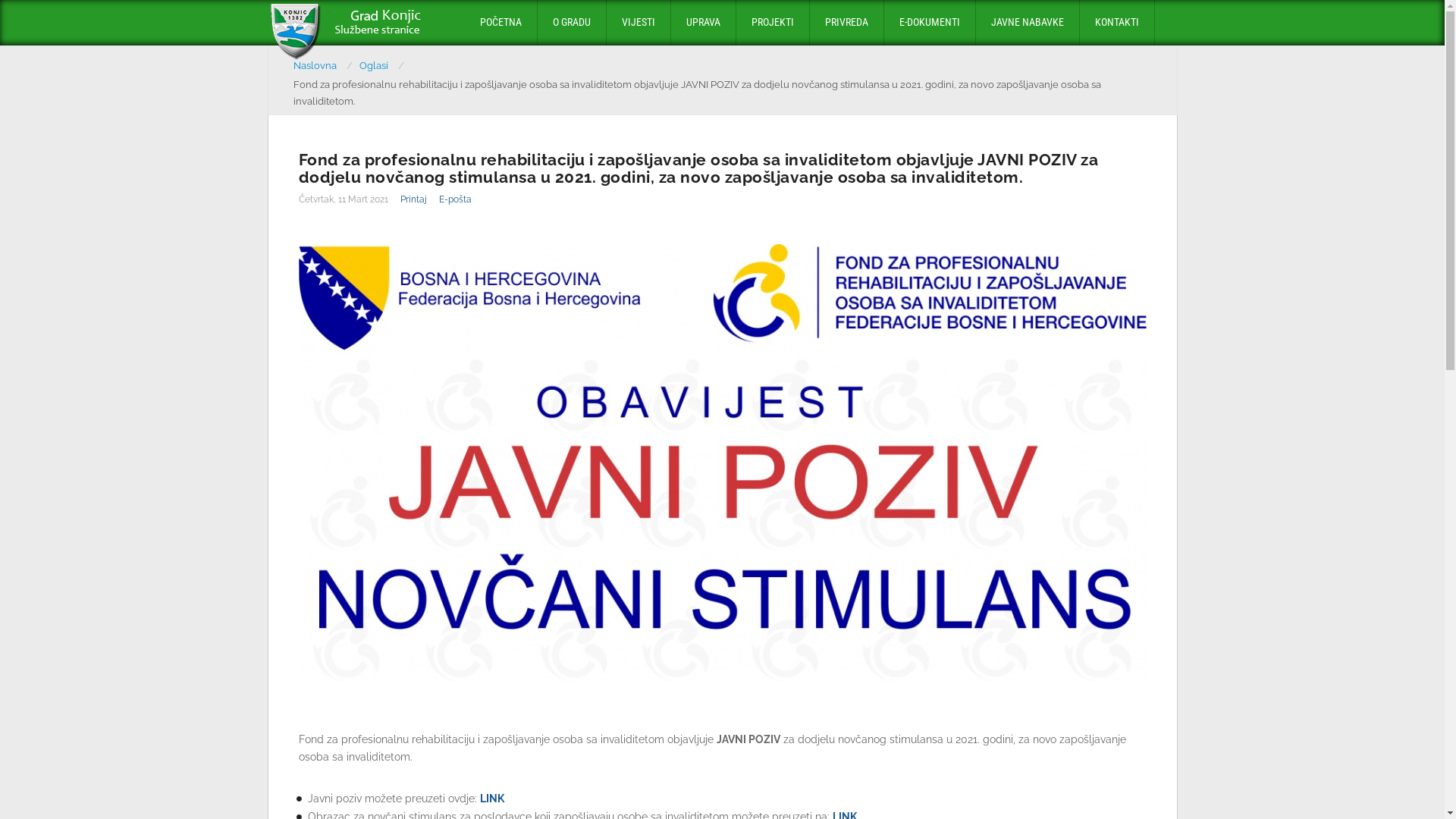  I want to click on 'UPRAVA', so click(669, 23).